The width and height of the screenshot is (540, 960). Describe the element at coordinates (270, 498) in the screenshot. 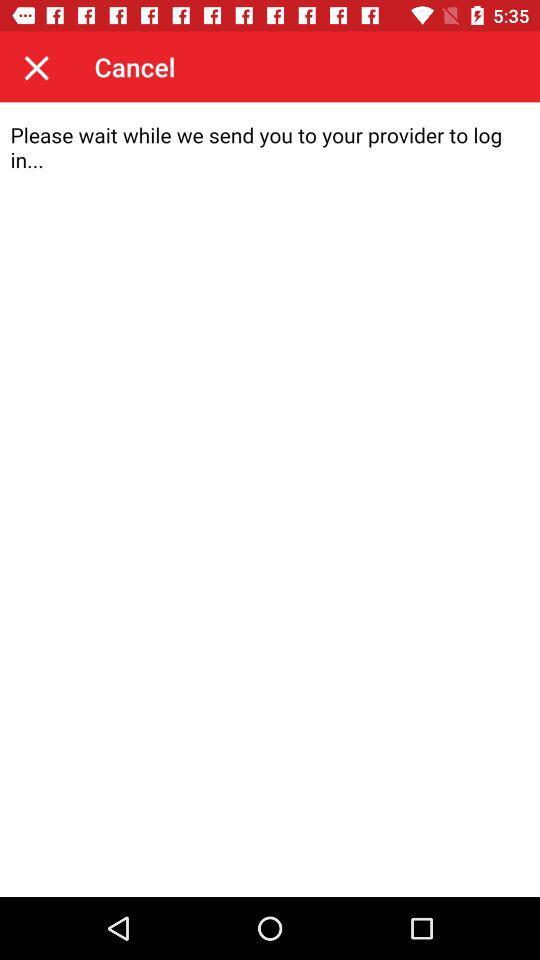

I see `content area` at that location.